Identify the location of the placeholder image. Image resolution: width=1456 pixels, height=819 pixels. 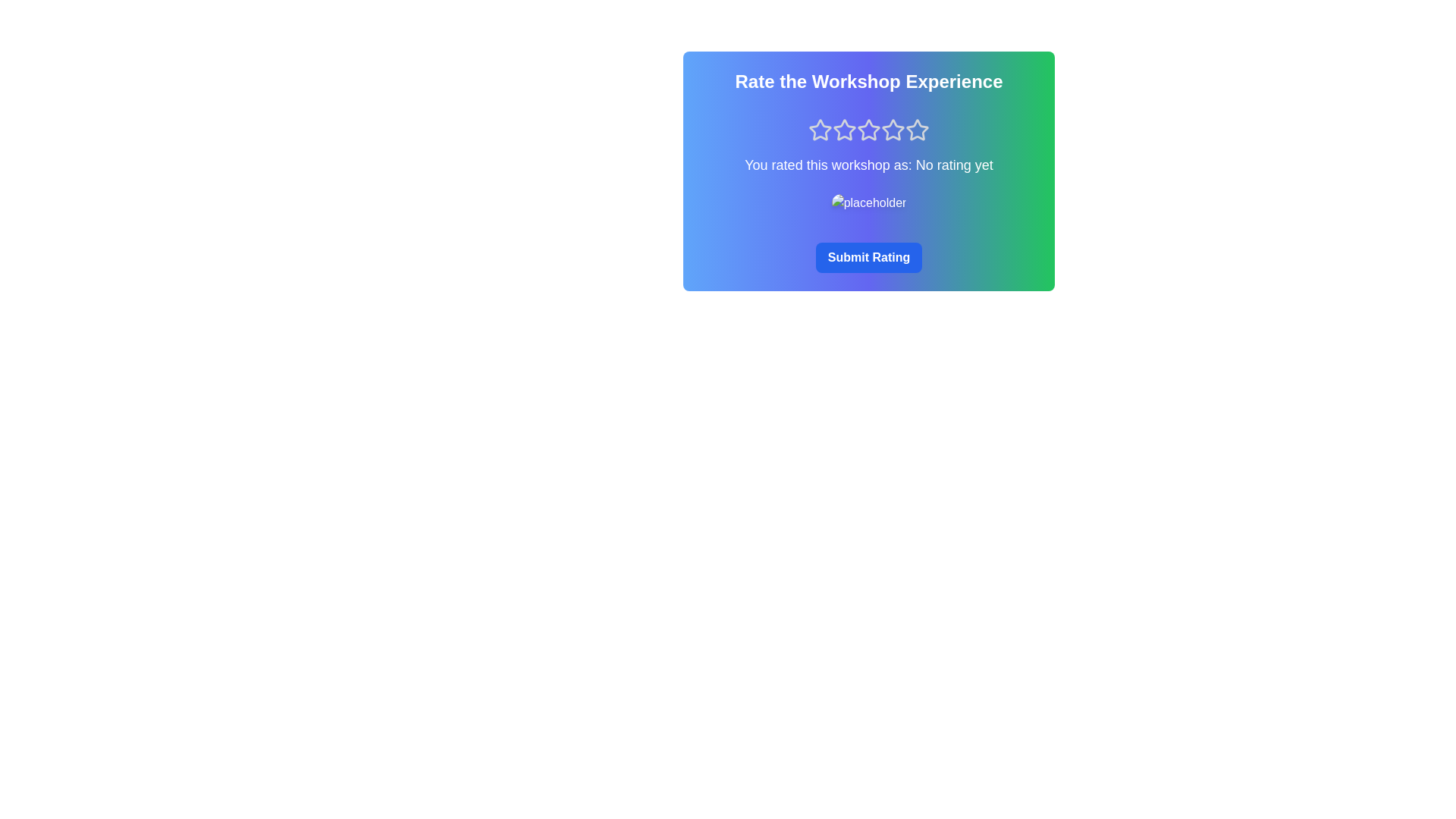
(868, 202).